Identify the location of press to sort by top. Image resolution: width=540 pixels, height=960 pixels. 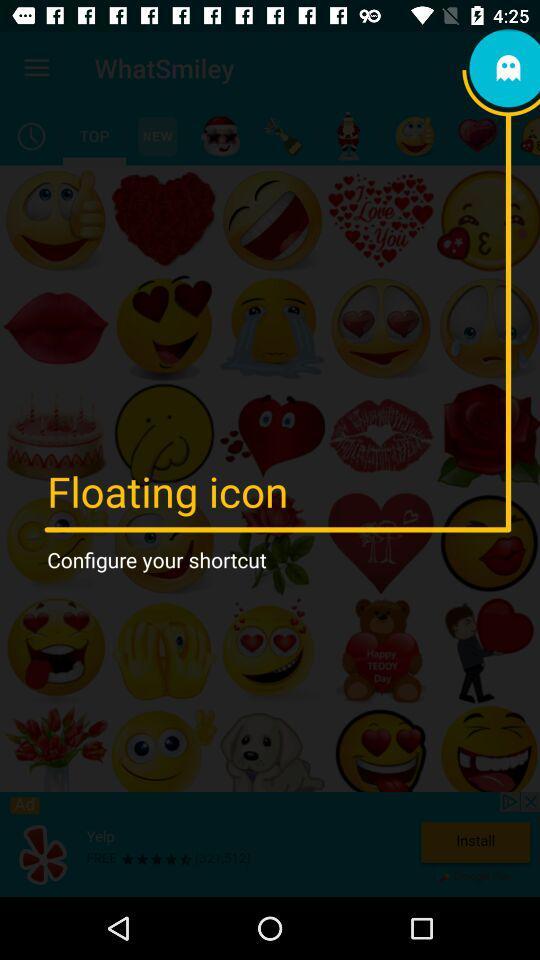
(93, 135).